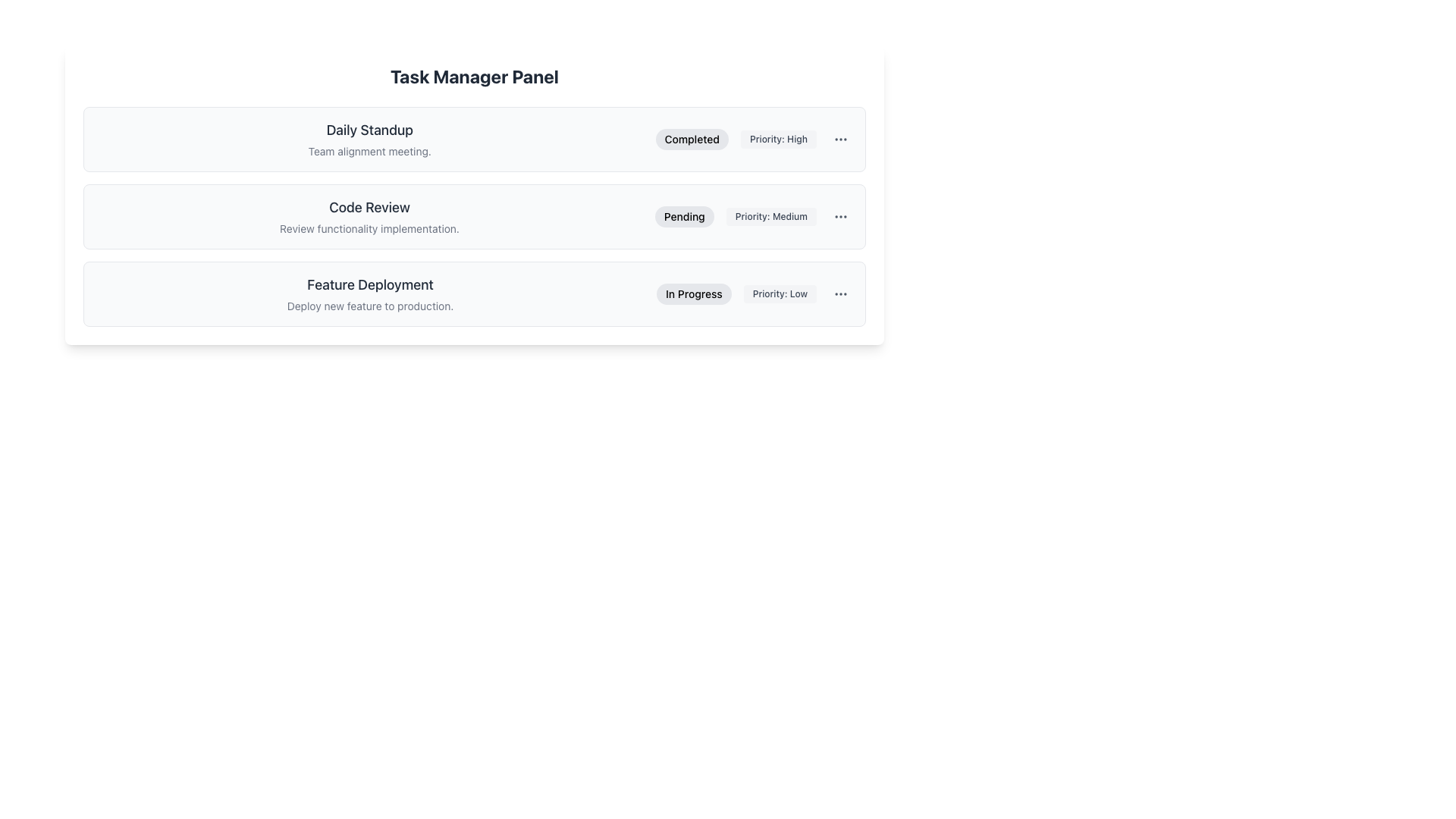  I want to click on the 'High' priority status indicator text label located in the first task card under the 'Task Manager Panel', positioned between the 'Completed' status label and an ellipsis icon, so click(779, 140).